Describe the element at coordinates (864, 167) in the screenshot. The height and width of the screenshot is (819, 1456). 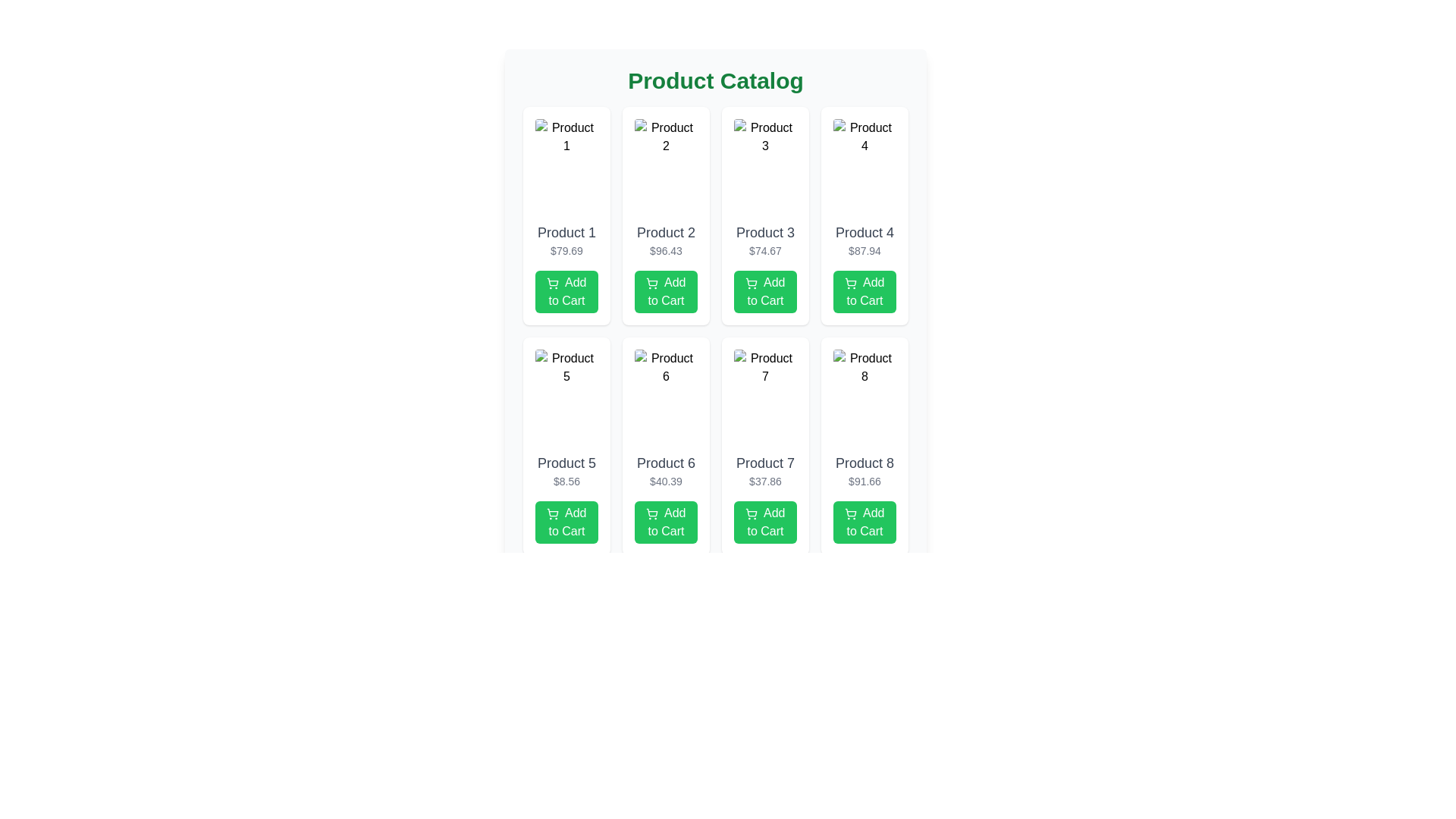
I see `the placeholder image labeled 'Product 4' located at the top of its card component in the 2x4 grid layout` at that location.